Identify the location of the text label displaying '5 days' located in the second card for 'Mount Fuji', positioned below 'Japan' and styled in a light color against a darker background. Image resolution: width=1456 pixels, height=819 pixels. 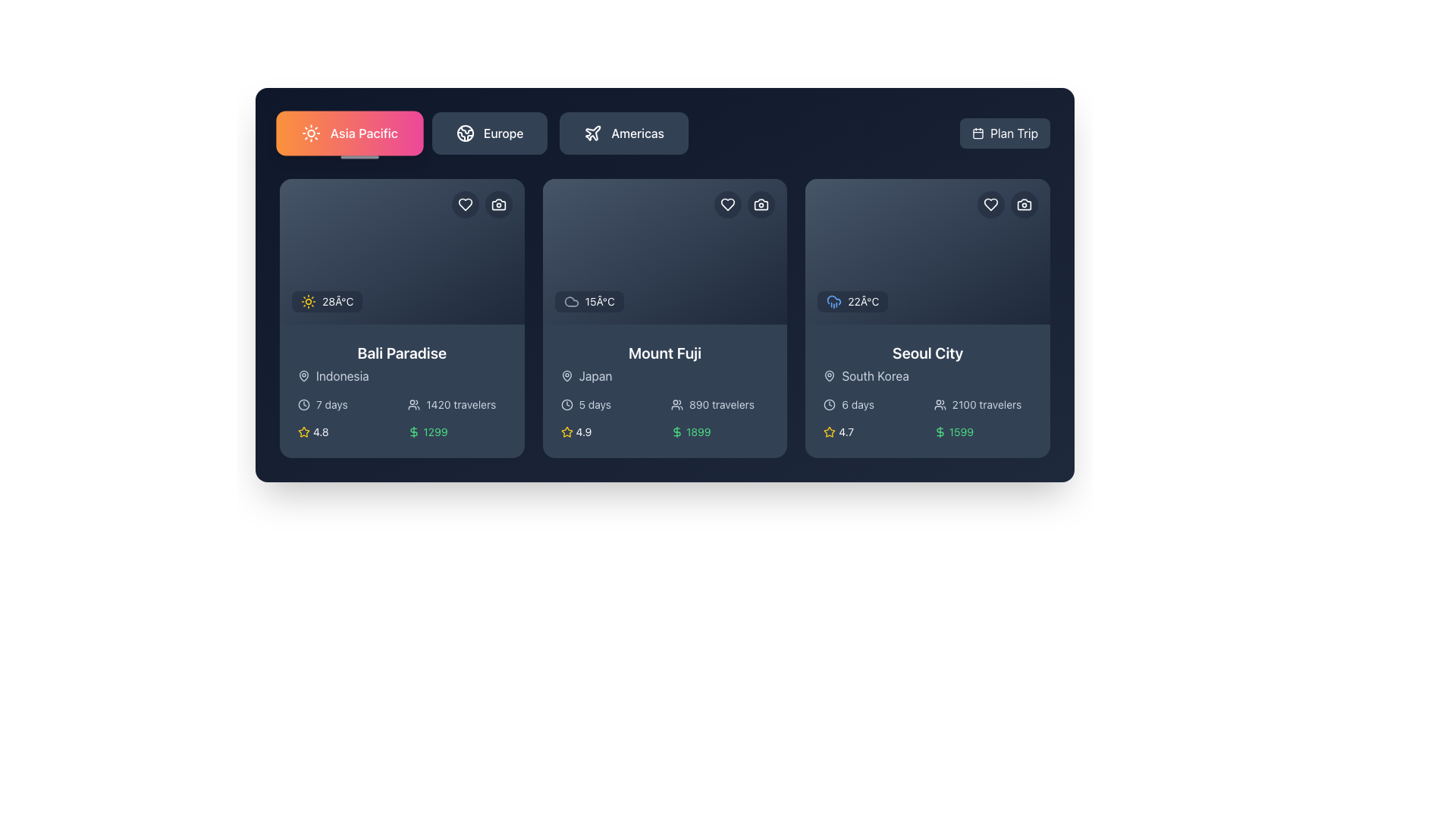
(594, 403).